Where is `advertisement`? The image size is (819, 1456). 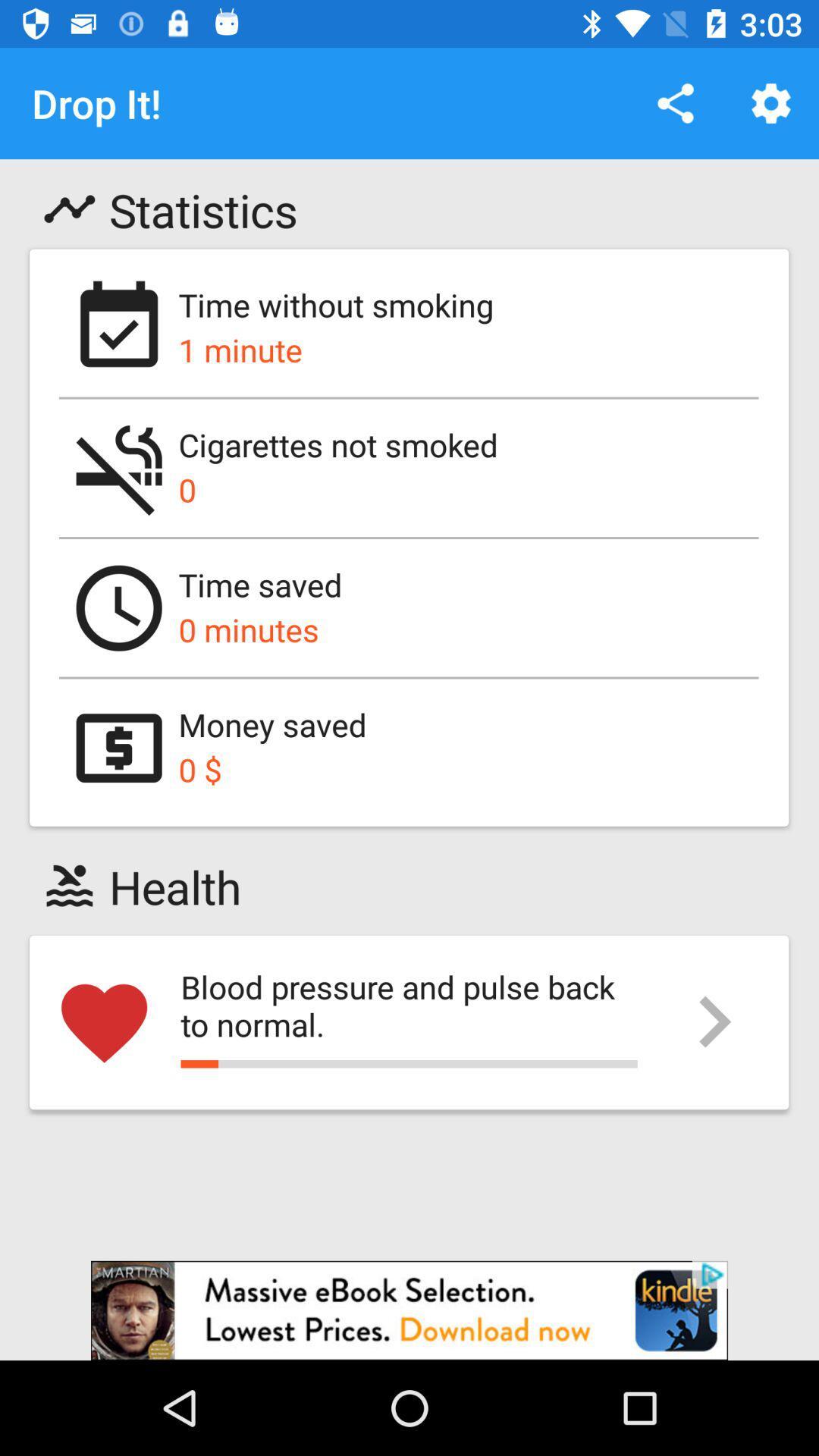
advertisement is located at coordinates (409, 1310).